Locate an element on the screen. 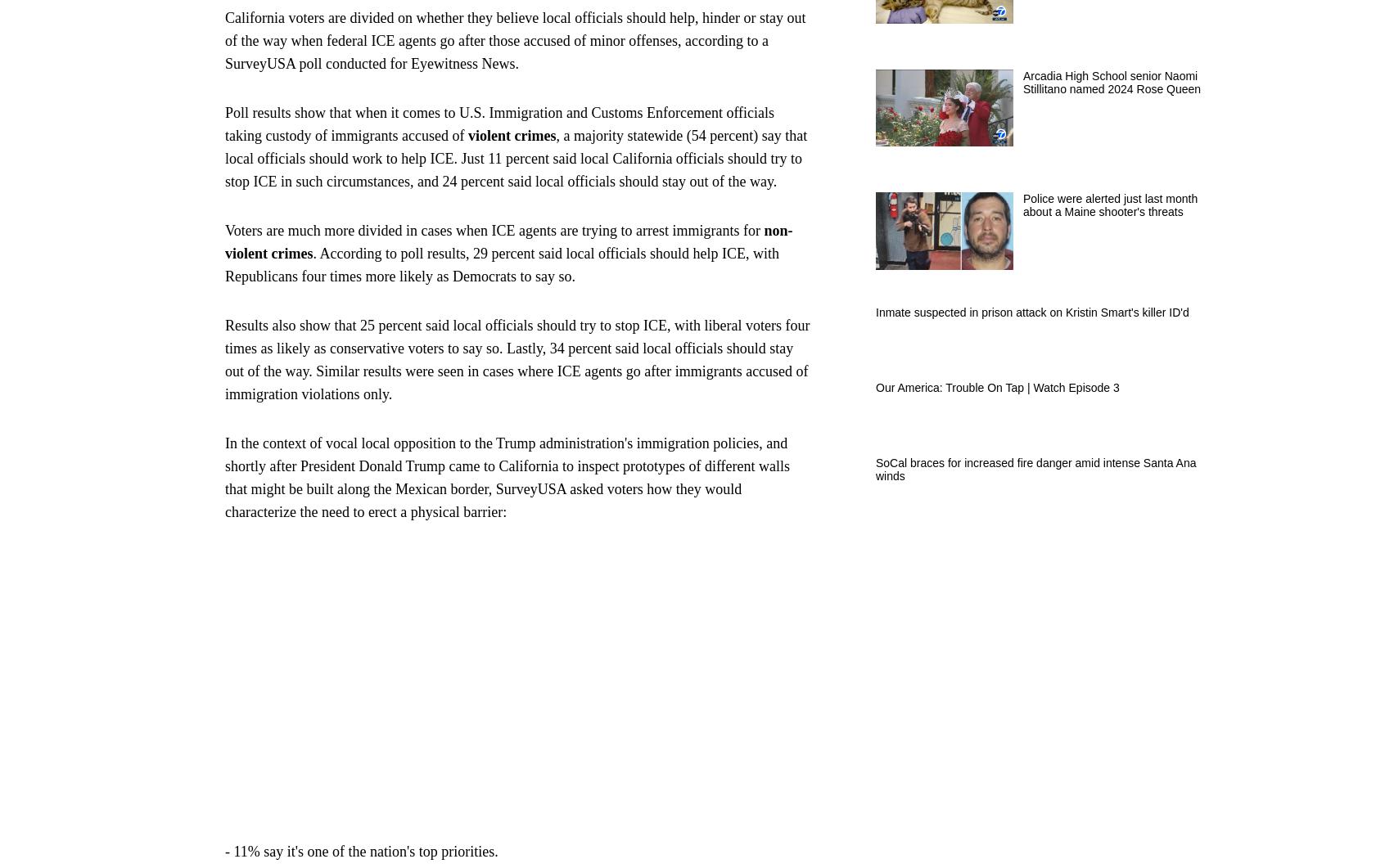 The width and height of the screenshot is (1385, 868). 'Voters are much more divided in cases when ICE agents are trying to arrest immigrants for' is located at coordinates (224, 228).